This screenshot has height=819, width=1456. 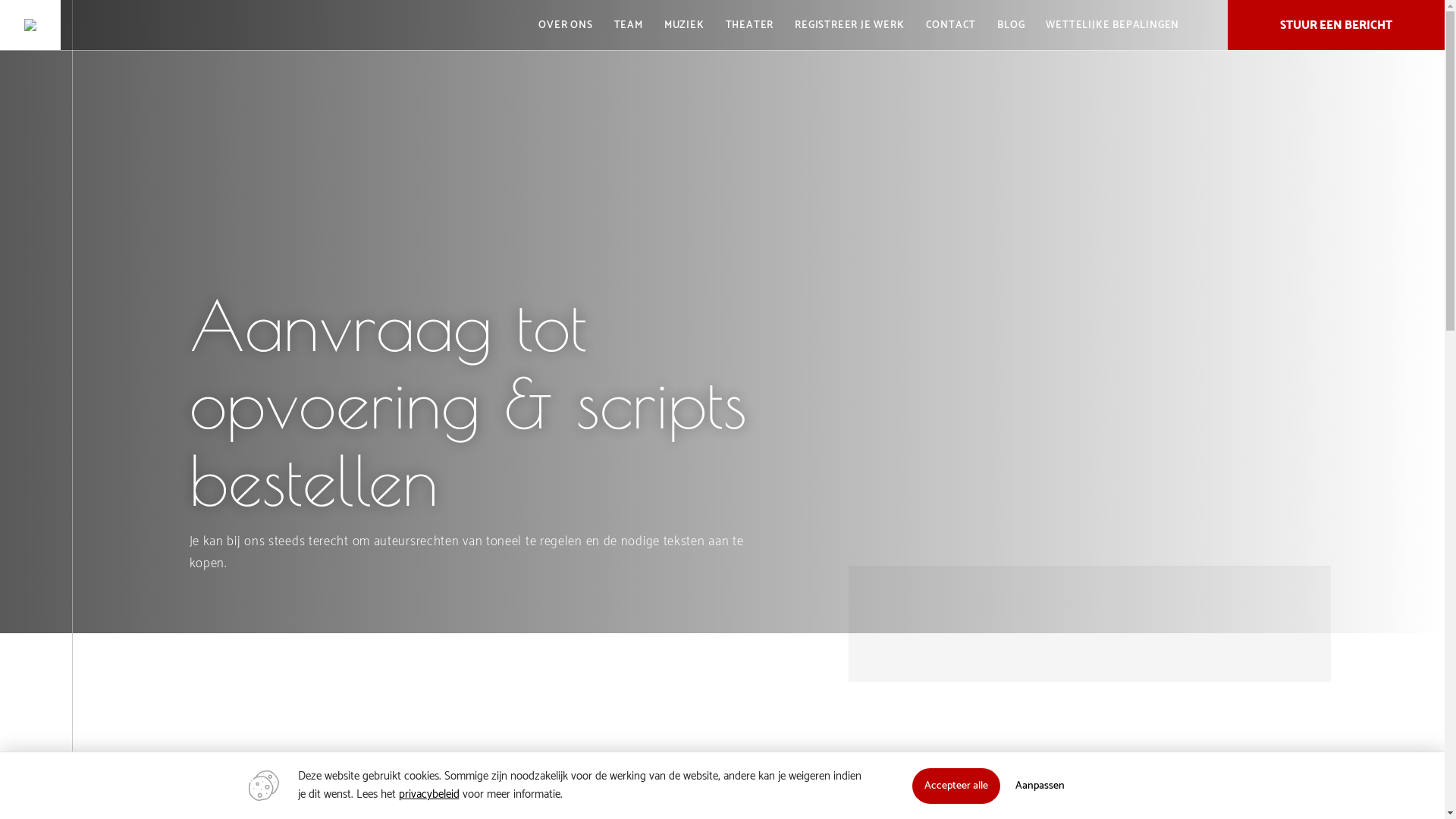 I want to click on 'BLOG', so click(x=1011, y=25).